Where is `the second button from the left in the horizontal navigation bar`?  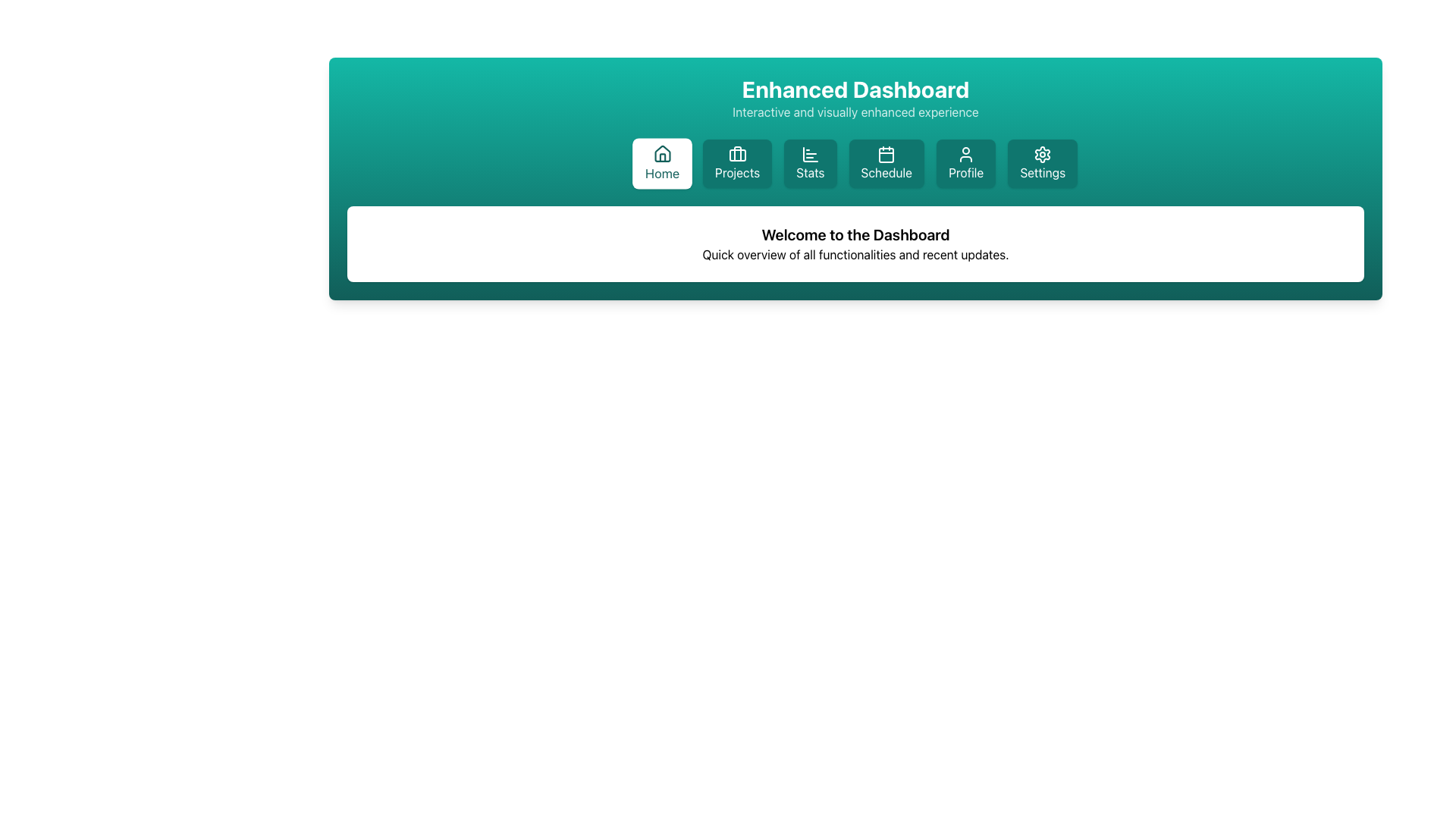
the second button from the left in the horizontal navigation bar is located at coordinates (737, 164).